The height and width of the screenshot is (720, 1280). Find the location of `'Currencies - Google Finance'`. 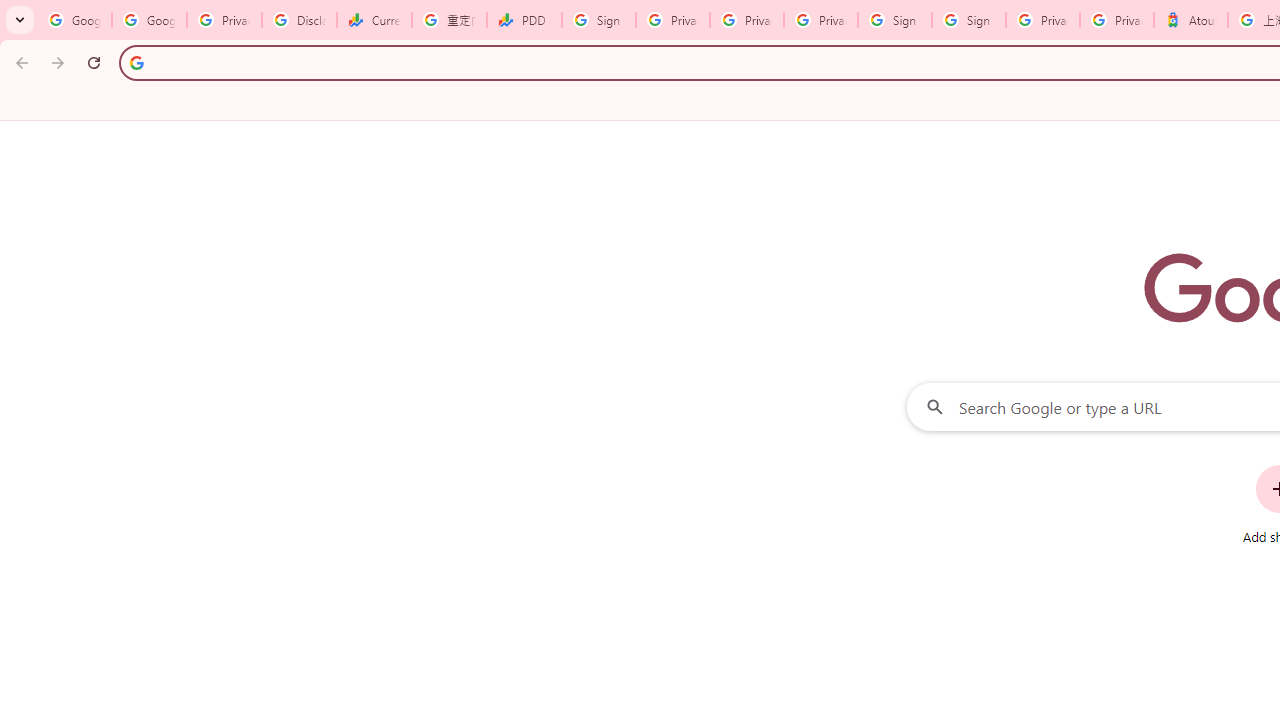

'Currencies - Google Finance' is located at coordinates (374, 20).